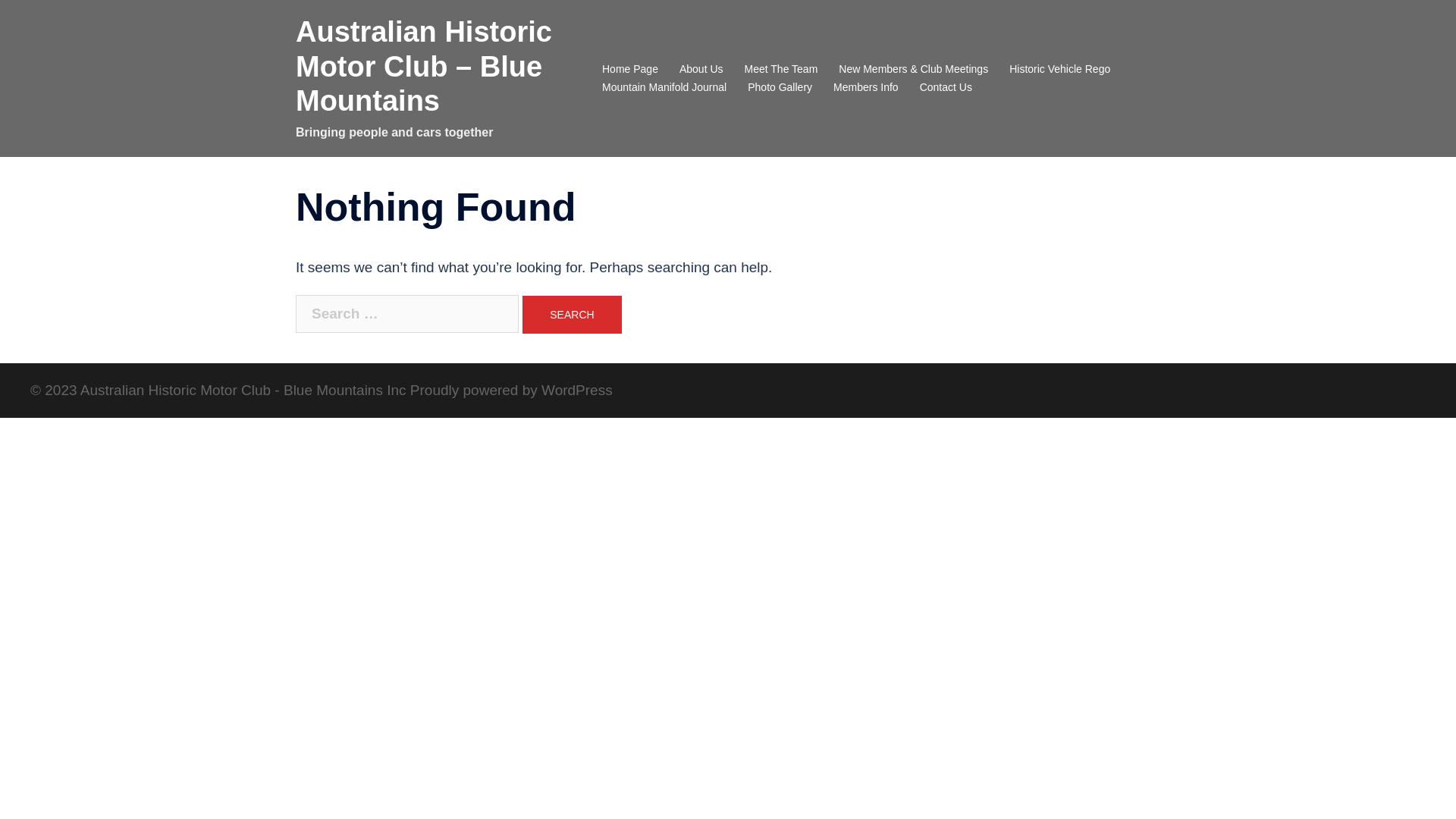 The height and width of the screenshot is (819, 1456). Describe the element at coordinates (701, 70) in the screenshot. I see `'About Us'` at that location.